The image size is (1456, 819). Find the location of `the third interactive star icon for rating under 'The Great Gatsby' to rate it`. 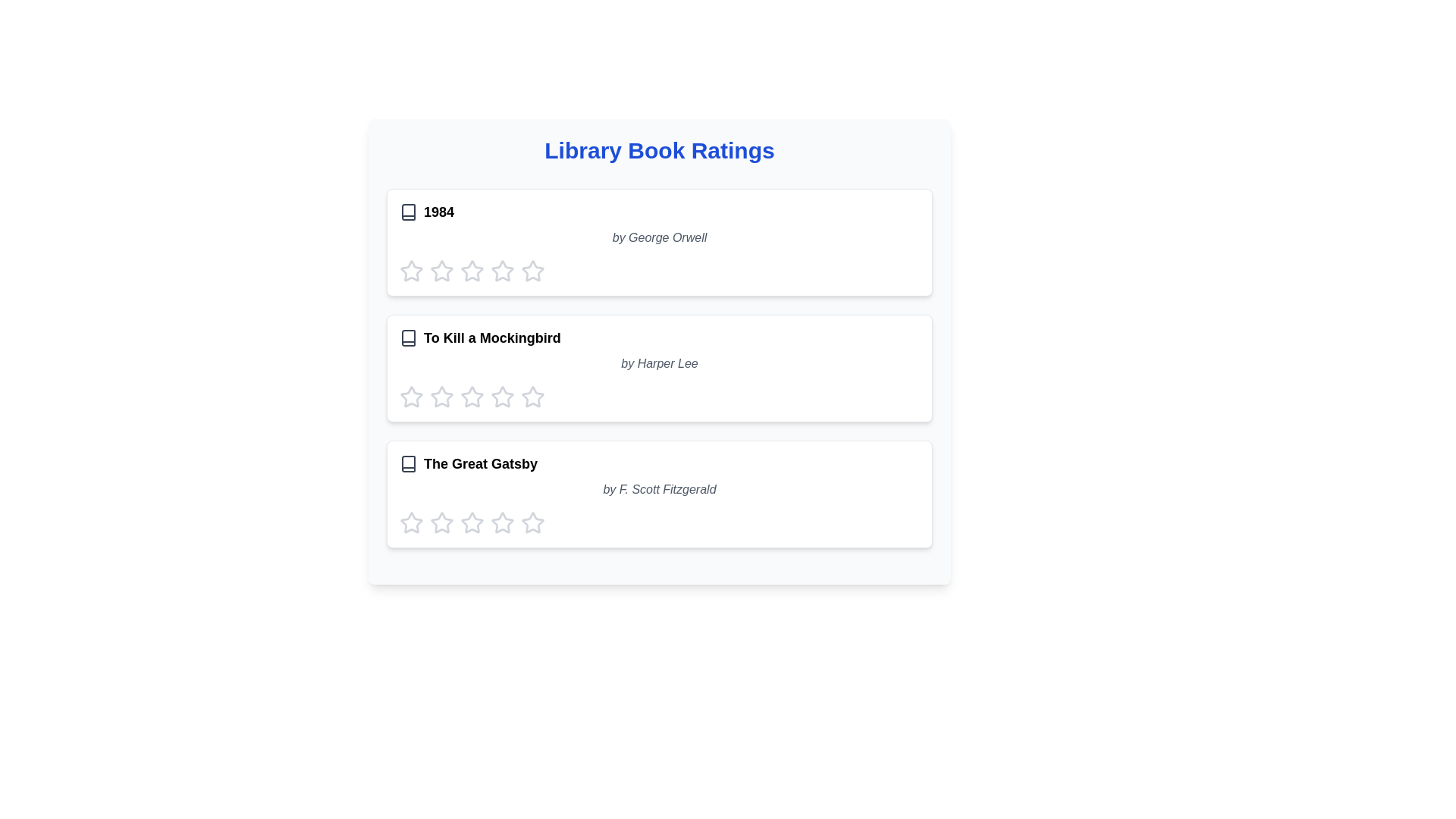

the third interactive star icon for rating under 'The Great Gatsby' to rate it is located at coordinates (502, 522).